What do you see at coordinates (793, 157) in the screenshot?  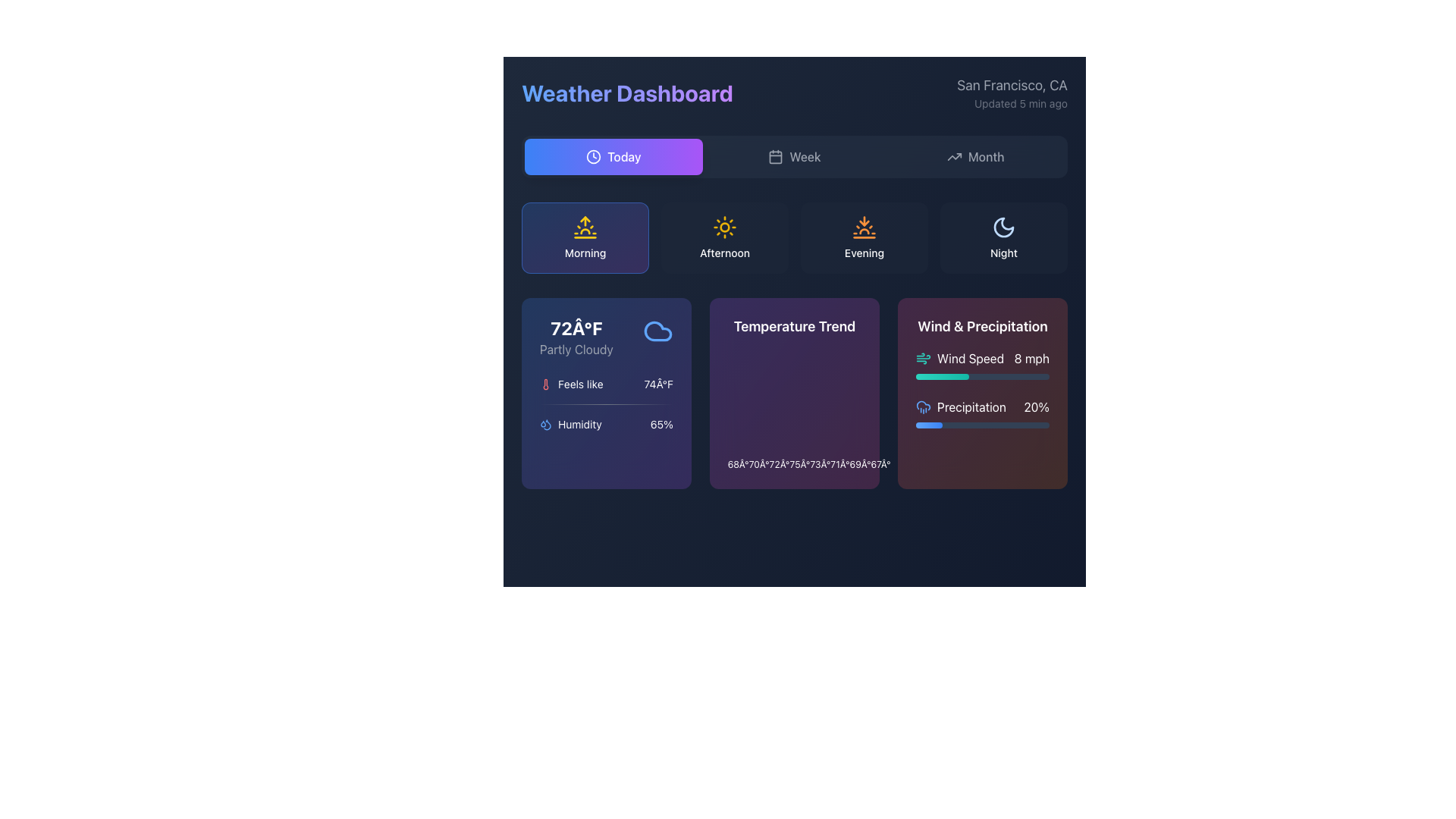 I see `the middle button in the set of three tabs labeled 'Weather Dashboard'` at bounding box center [793, 157].